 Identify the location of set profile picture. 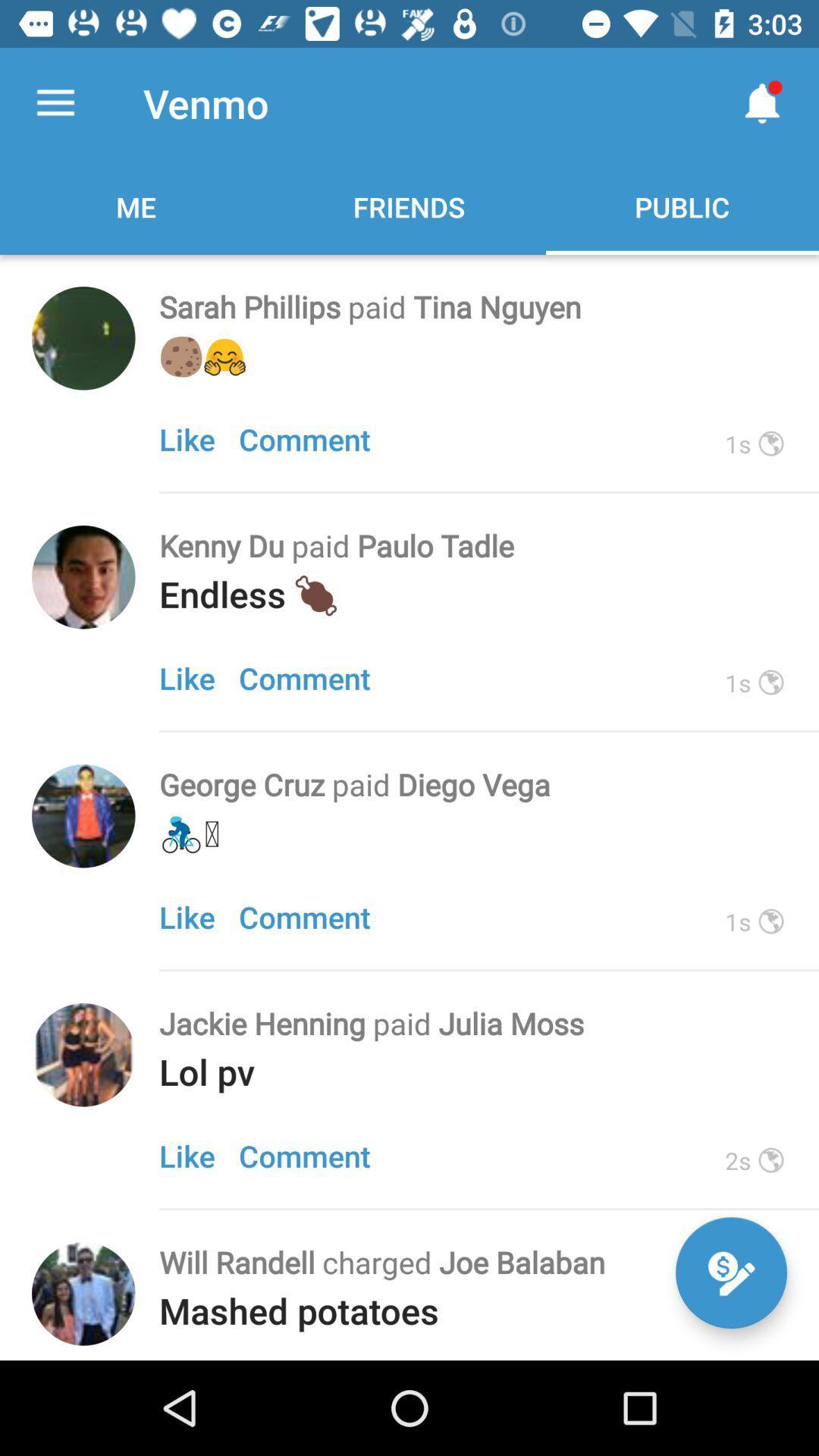
(83, 337).